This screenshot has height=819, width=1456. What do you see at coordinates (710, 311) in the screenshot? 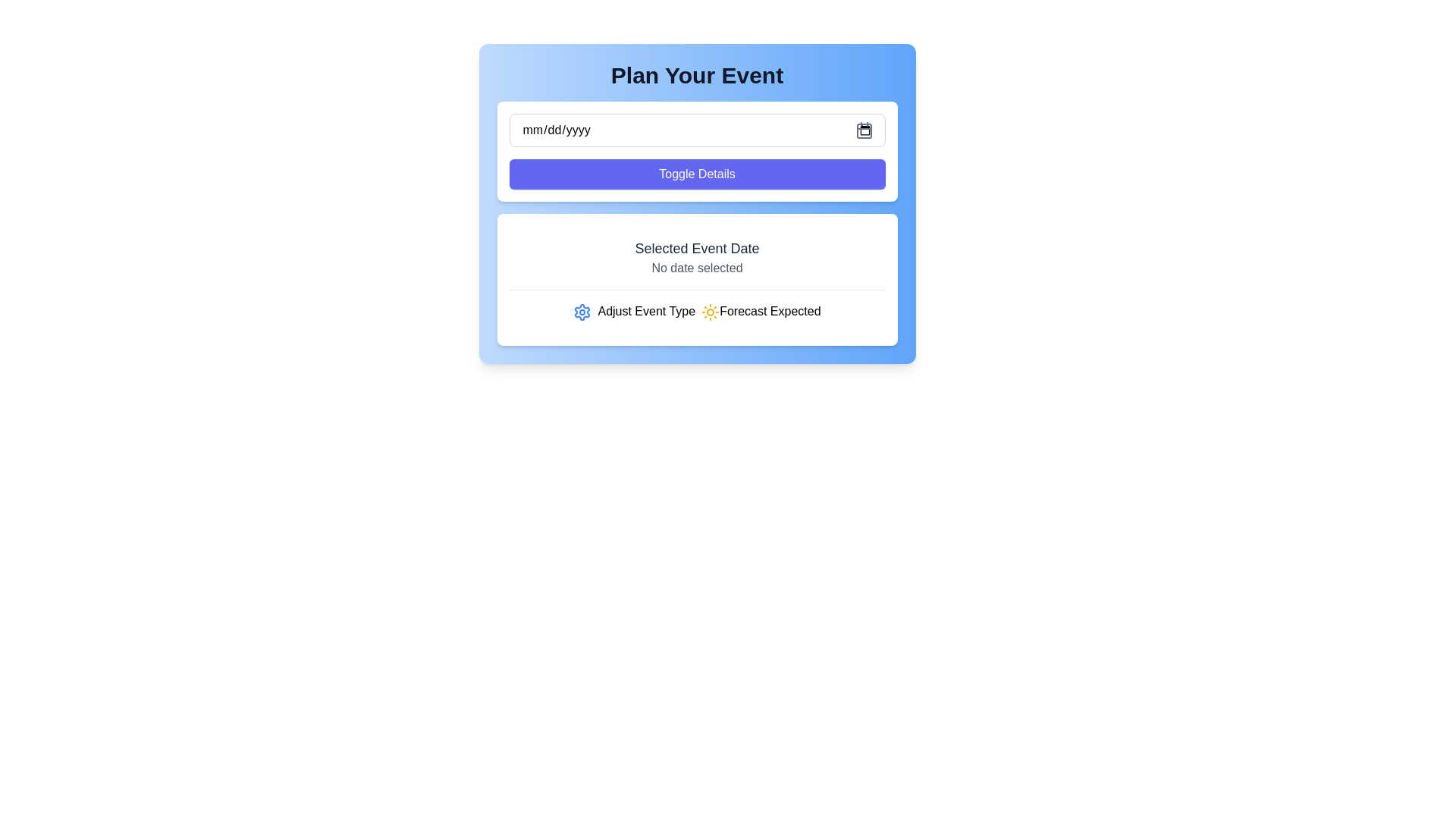
I see `the sun icon, which is the third icon in the 'Adjust Event Type Forecast Expected' section, located to the right of the blue gear icon` at bounding box center [710, 311].